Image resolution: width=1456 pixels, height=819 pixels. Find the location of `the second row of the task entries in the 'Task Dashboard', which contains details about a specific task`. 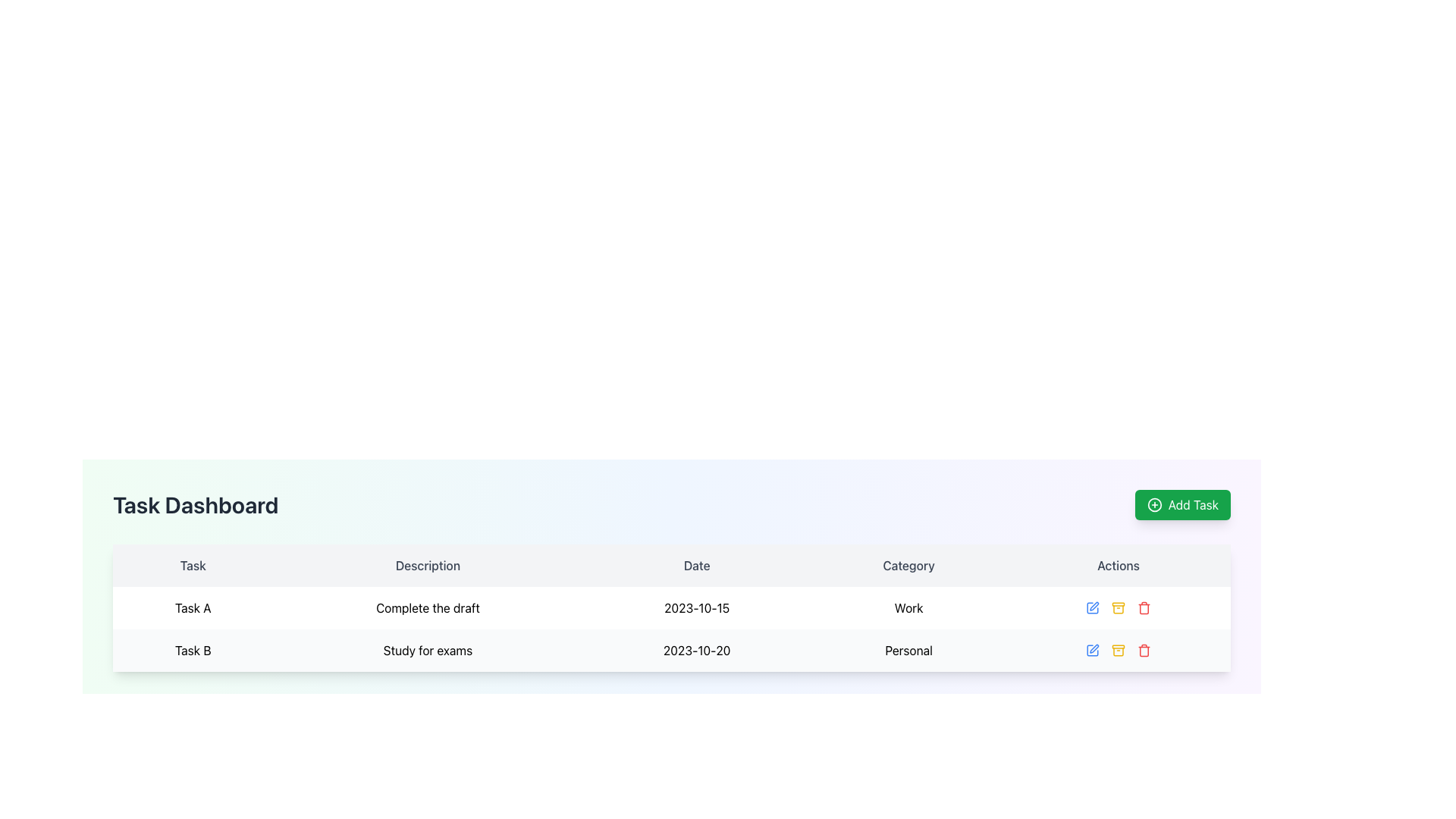

the second row of the task entries in the 'Task Dashboard', which contains details about a specific task is located at coordinates (671, 649).